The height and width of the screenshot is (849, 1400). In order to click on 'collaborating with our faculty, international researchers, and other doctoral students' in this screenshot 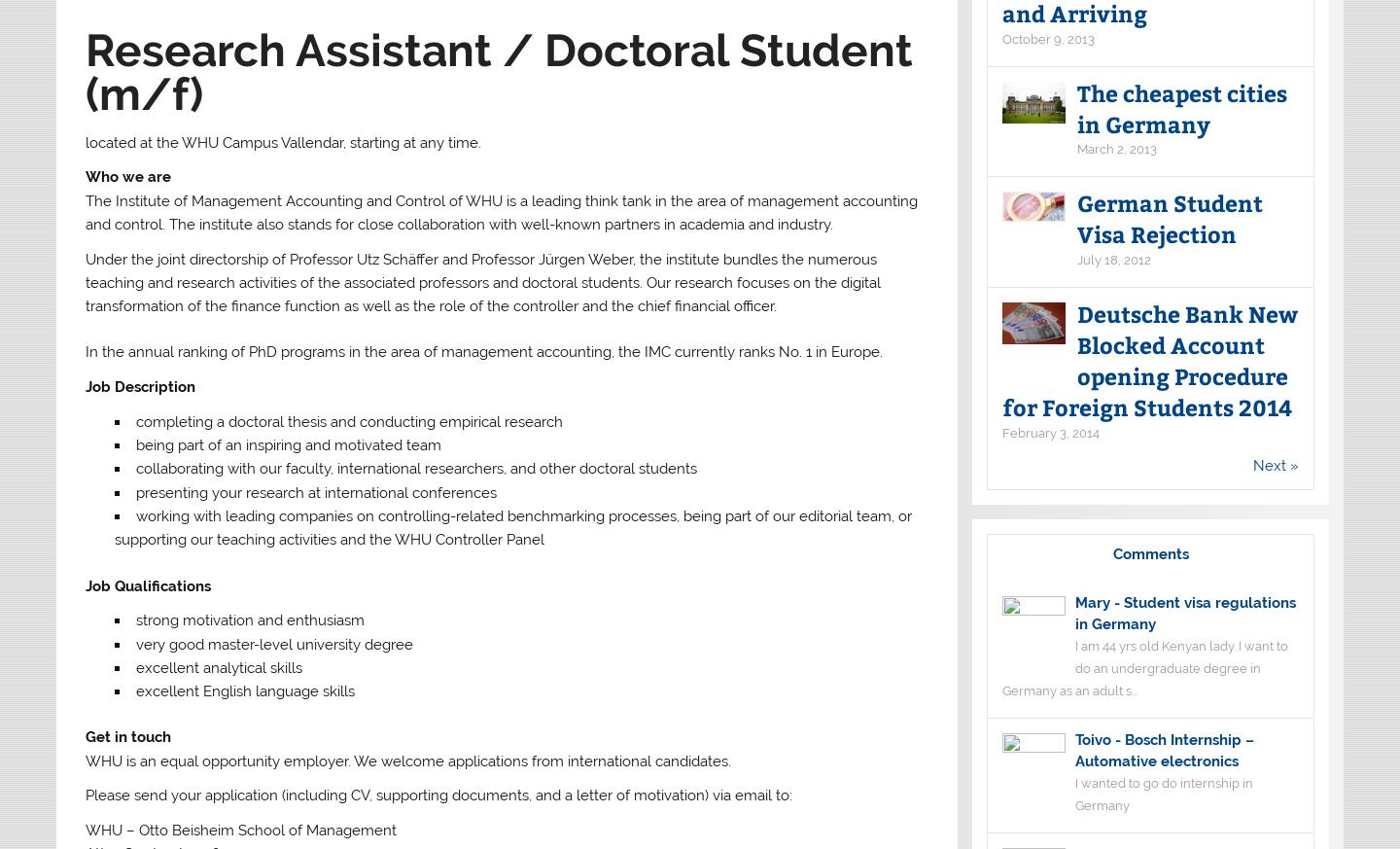, I will do `click(415, 468)`.